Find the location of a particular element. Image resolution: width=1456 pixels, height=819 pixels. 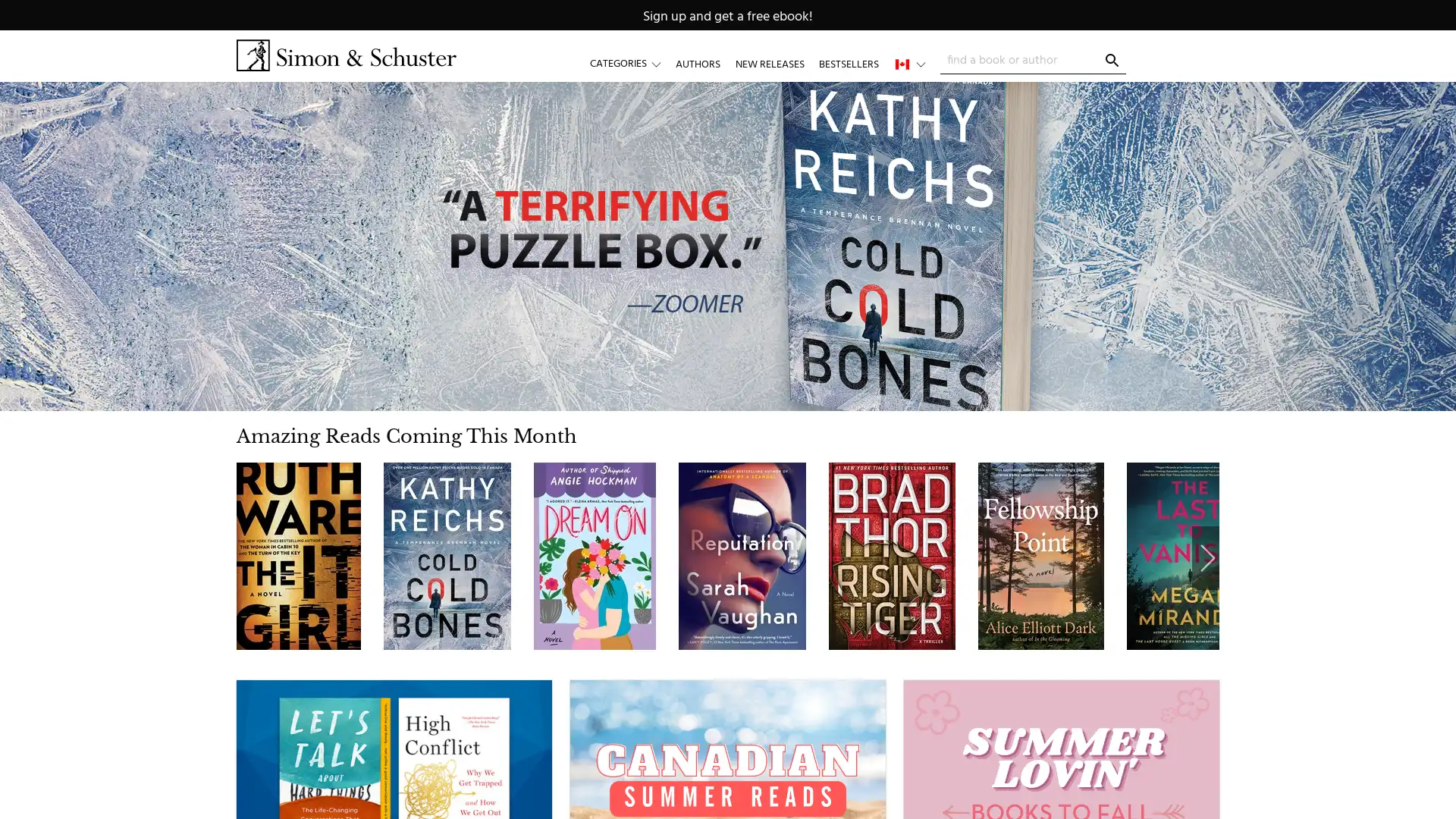

AUTHORS is located at coordinates (697, 63).